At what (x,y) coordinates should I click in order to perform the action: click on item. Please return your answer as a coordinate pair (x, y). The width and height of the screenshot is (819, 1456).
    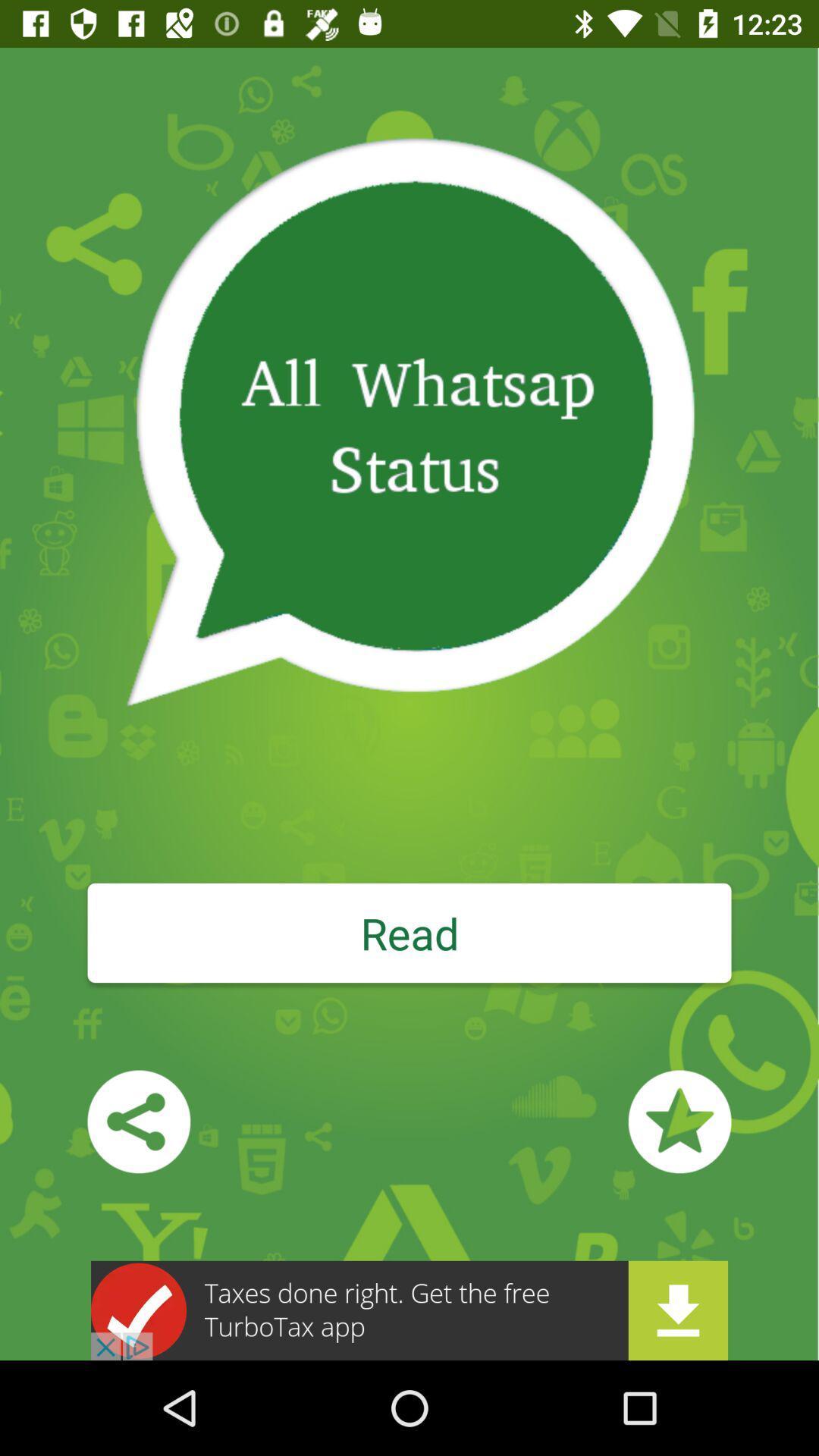
    Looking at the image, I should click on (679, 1122).